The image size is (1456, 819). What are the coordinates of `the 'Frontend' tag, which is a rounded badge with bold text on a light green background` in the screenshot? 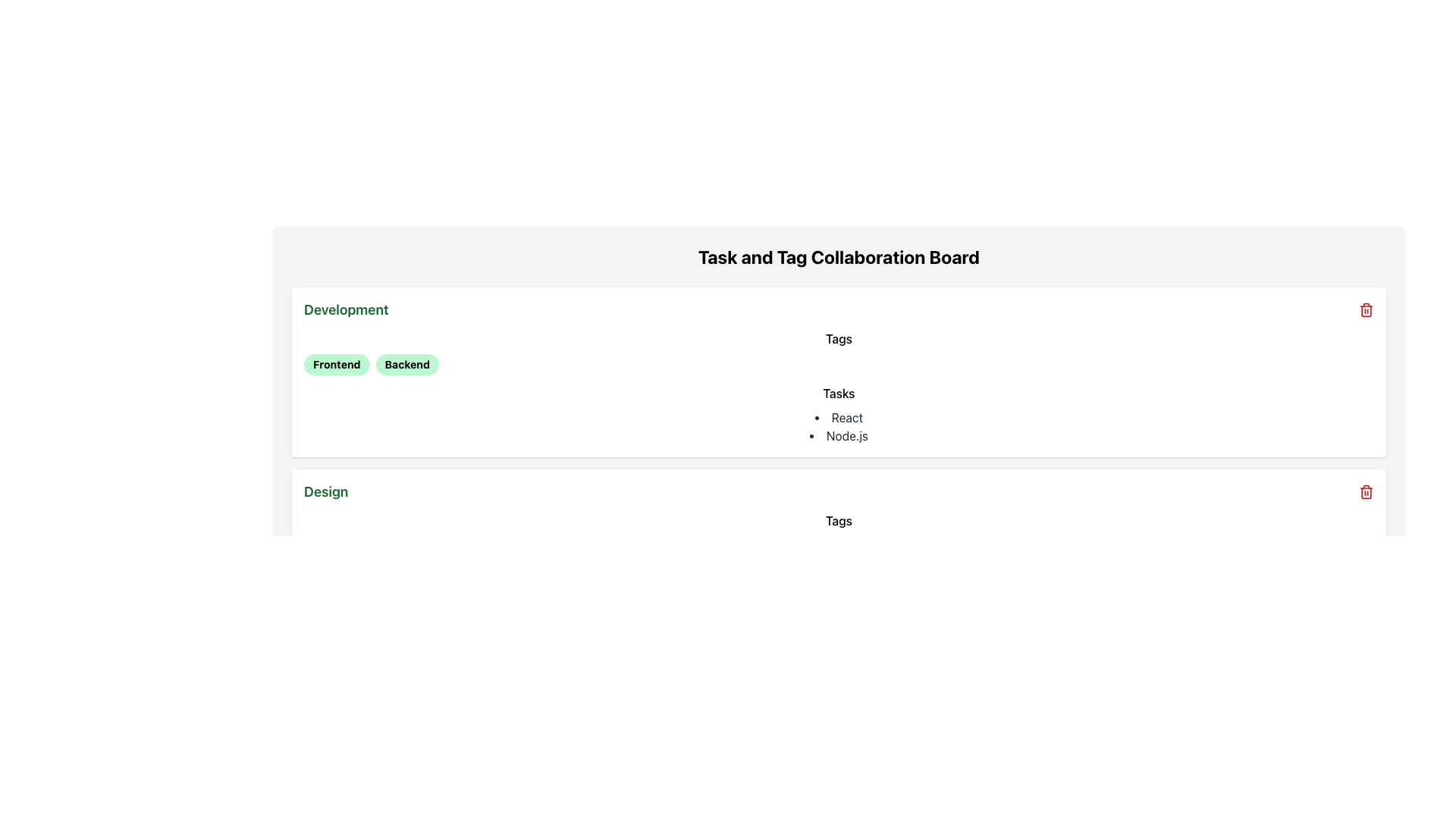 It's located at (336, 365).